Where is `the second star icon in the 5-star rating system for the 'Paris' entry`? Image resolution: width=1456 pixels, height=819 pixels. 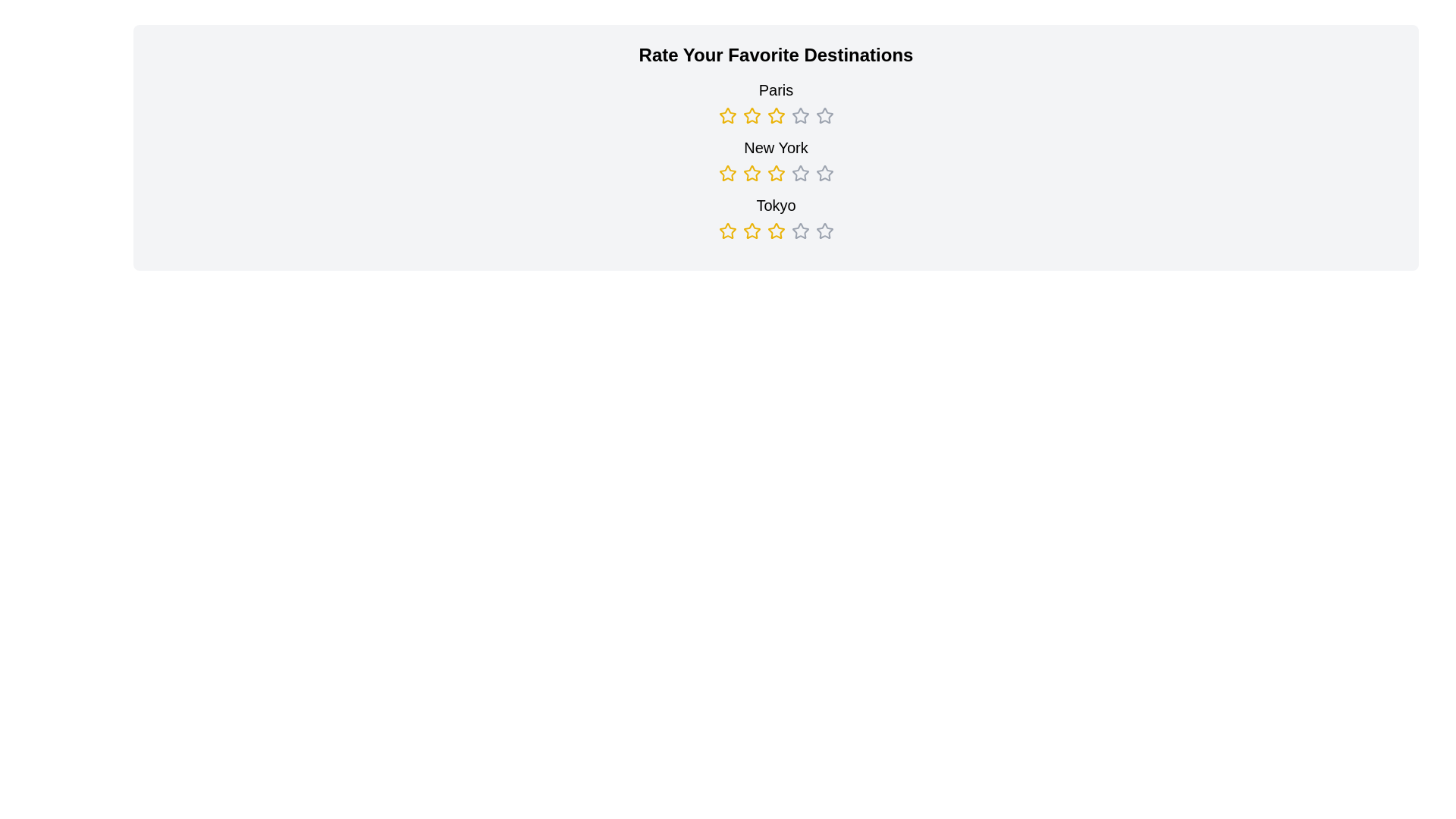 the second star icon in the 5-star rating system for the 'Paris' entry is located at coordinates (752, 115).